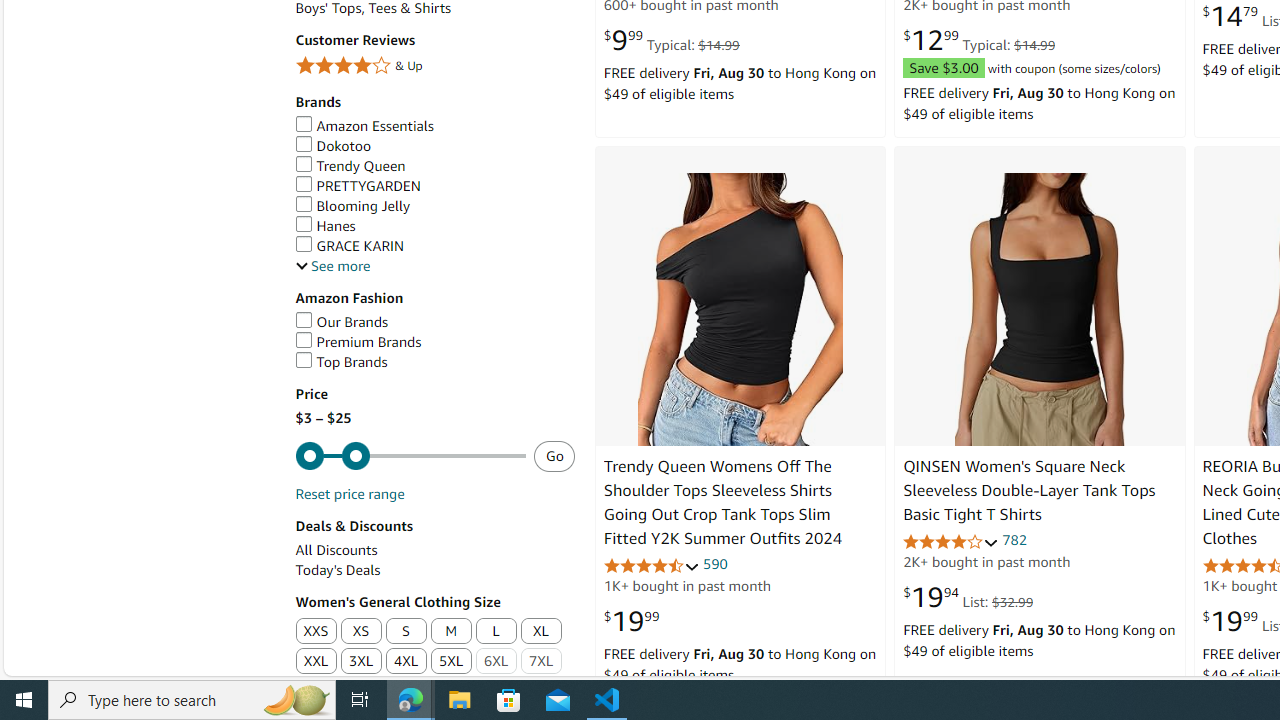 The height and width of the screenshot is (720, 1280). Describe the element at coordinates (542, 662) in the screenshot. I see `'7XL'` at that location.